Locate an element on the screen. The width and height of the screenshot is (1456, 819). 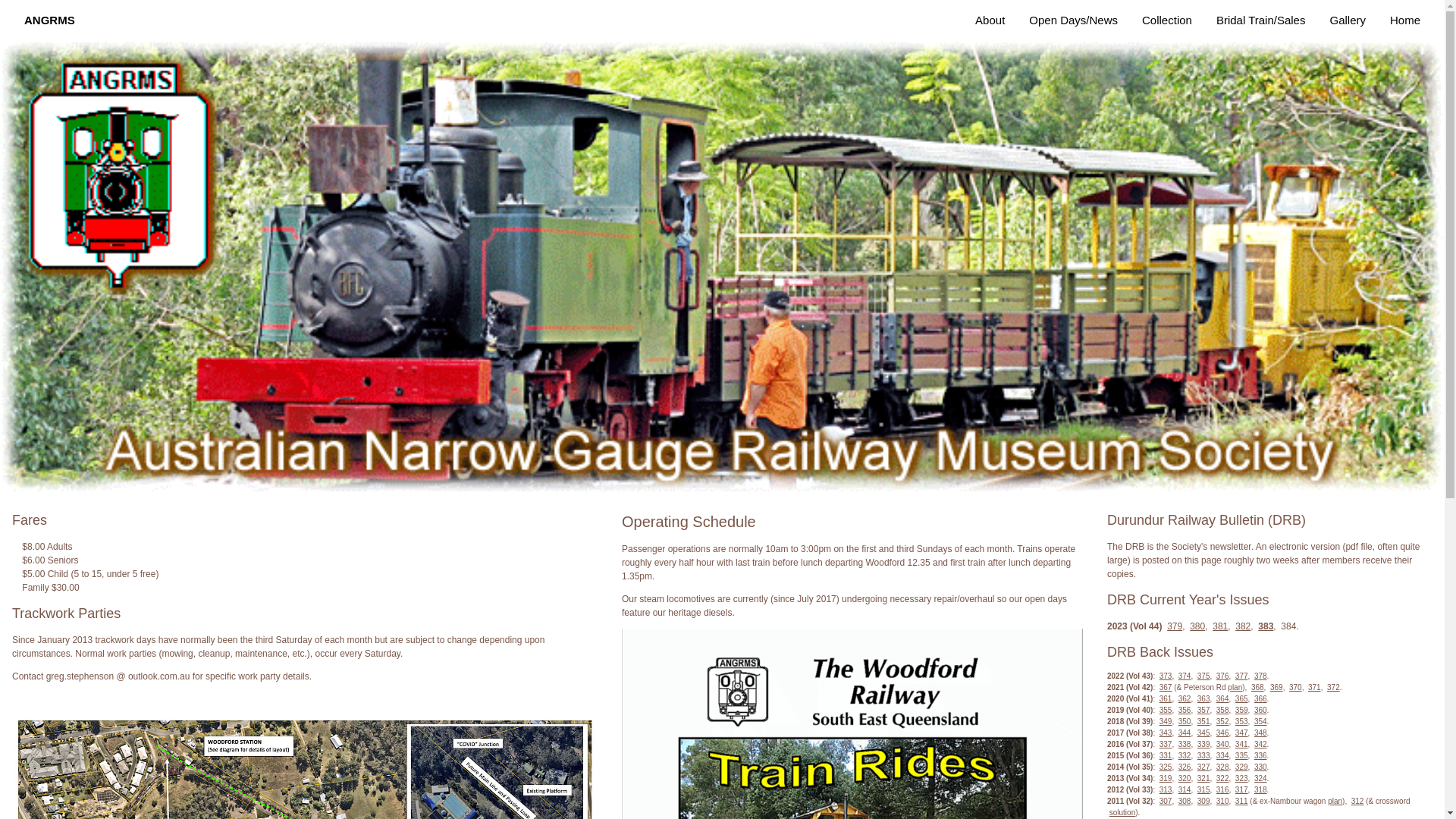
'368' is located at coordinates (1257, 687).